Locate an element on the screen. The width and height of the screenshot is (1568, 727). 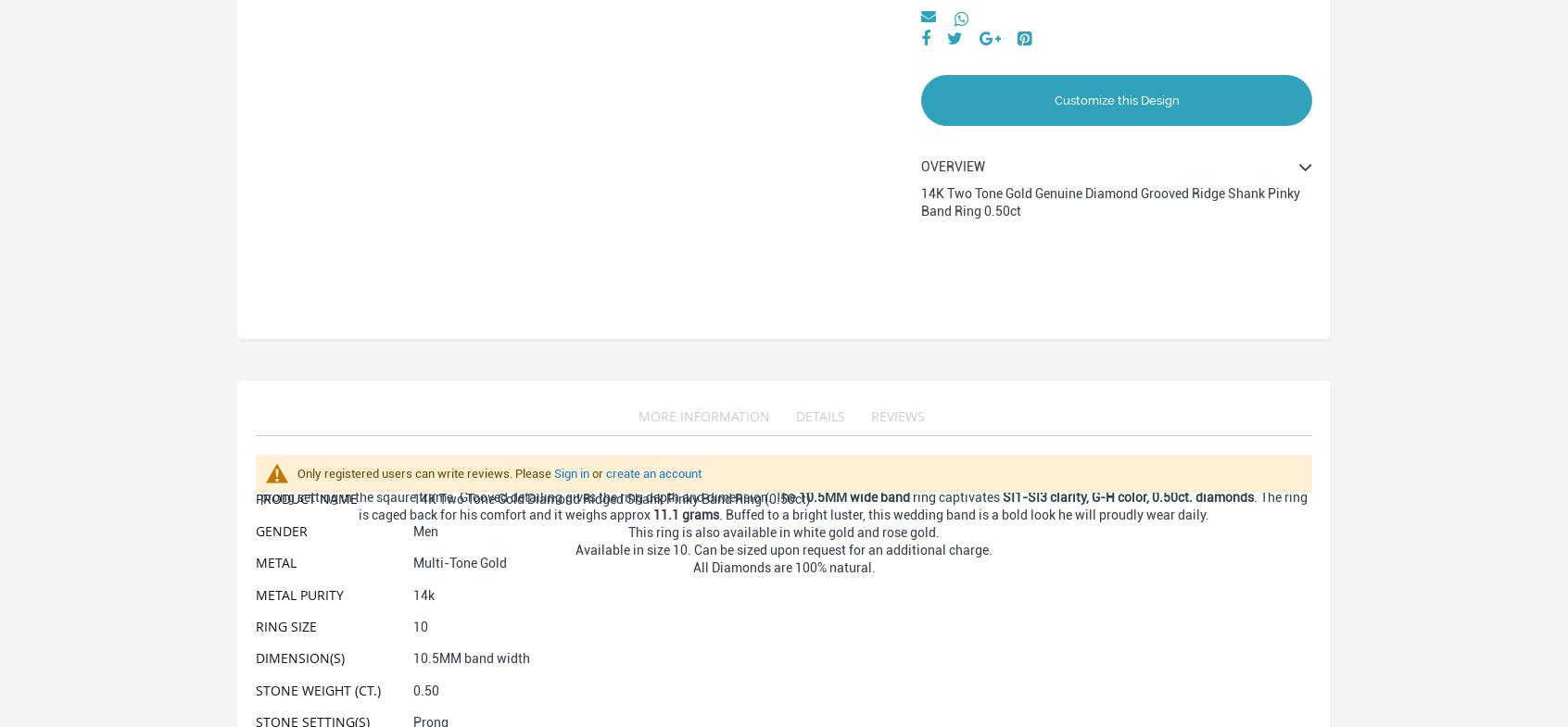
'This ring is also available in white gold and rose gold.' is located at coordinates (784, 533).